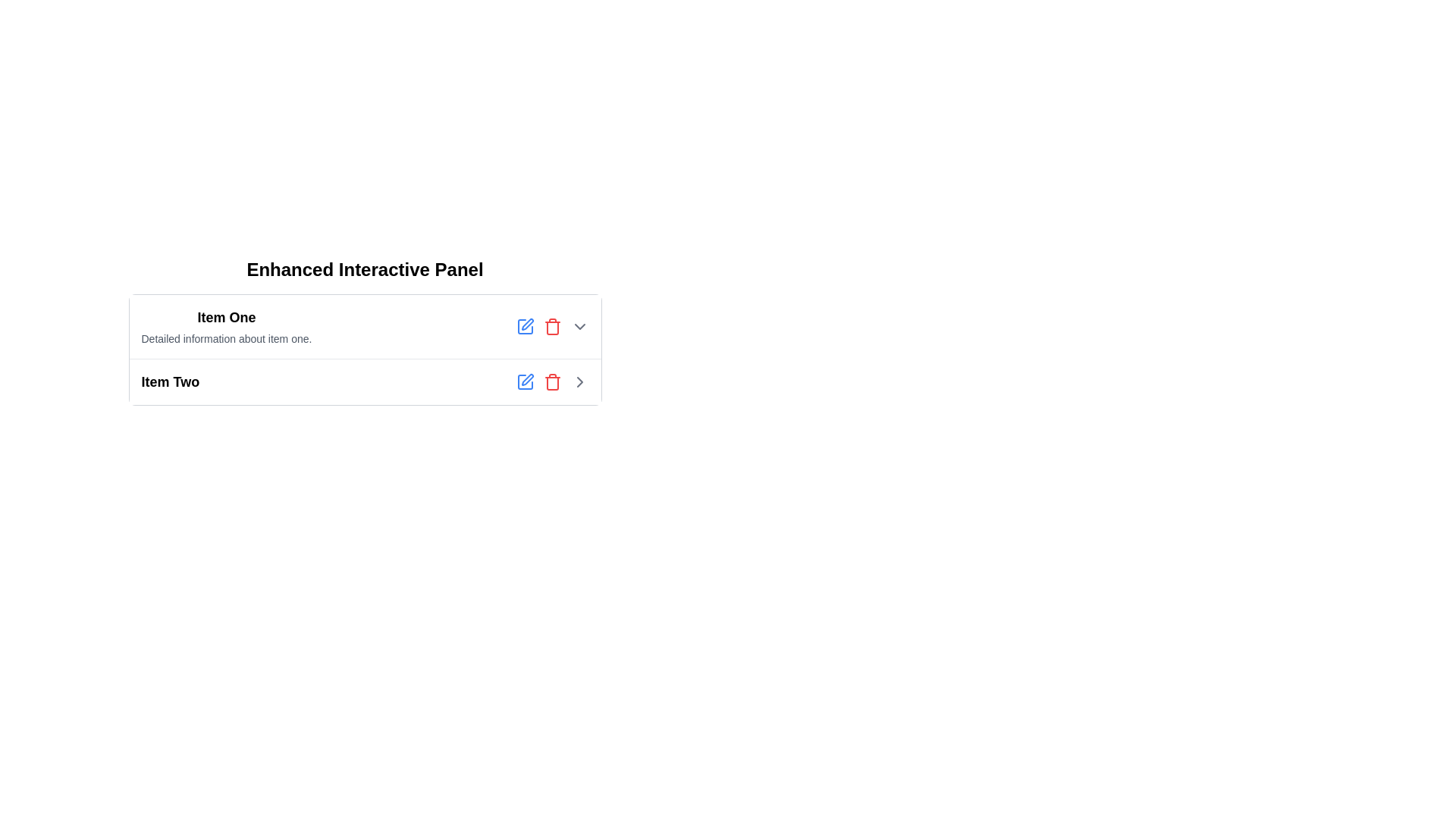  I want to click on the pen-shaped icon located to the right of the 'Item One' text to initiate the edit action, so click(527, 324).